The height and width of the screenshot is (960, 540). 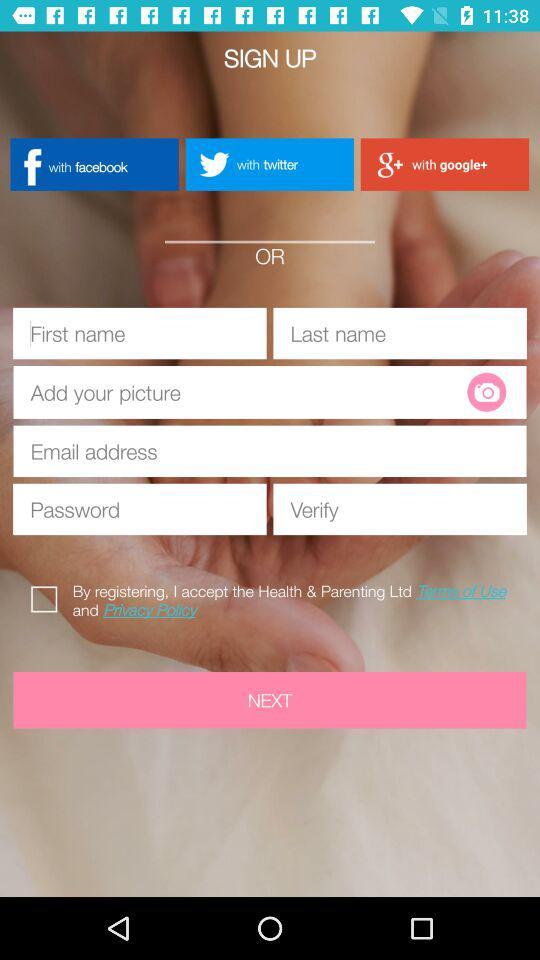 What do you see at coordinates (48, 596) in the screenshot?
I see `accept terms` at bounding box center [48, 596].